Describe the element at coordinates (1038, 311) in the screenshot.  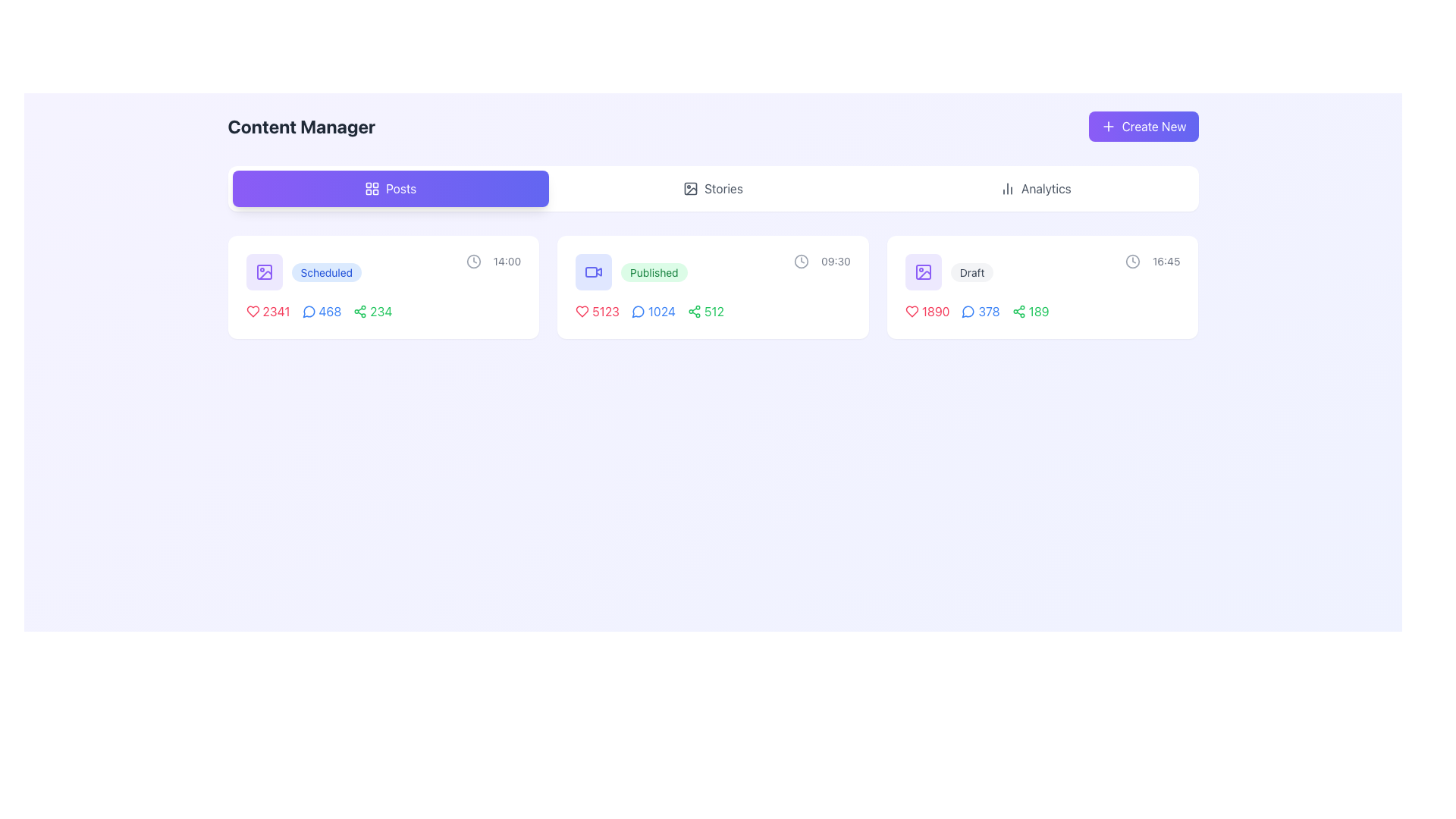
I see `the static text displaying the numerical statistic for shares, which is located in the 'Draft' card in the third column, to the right of the green share icon` at that location.